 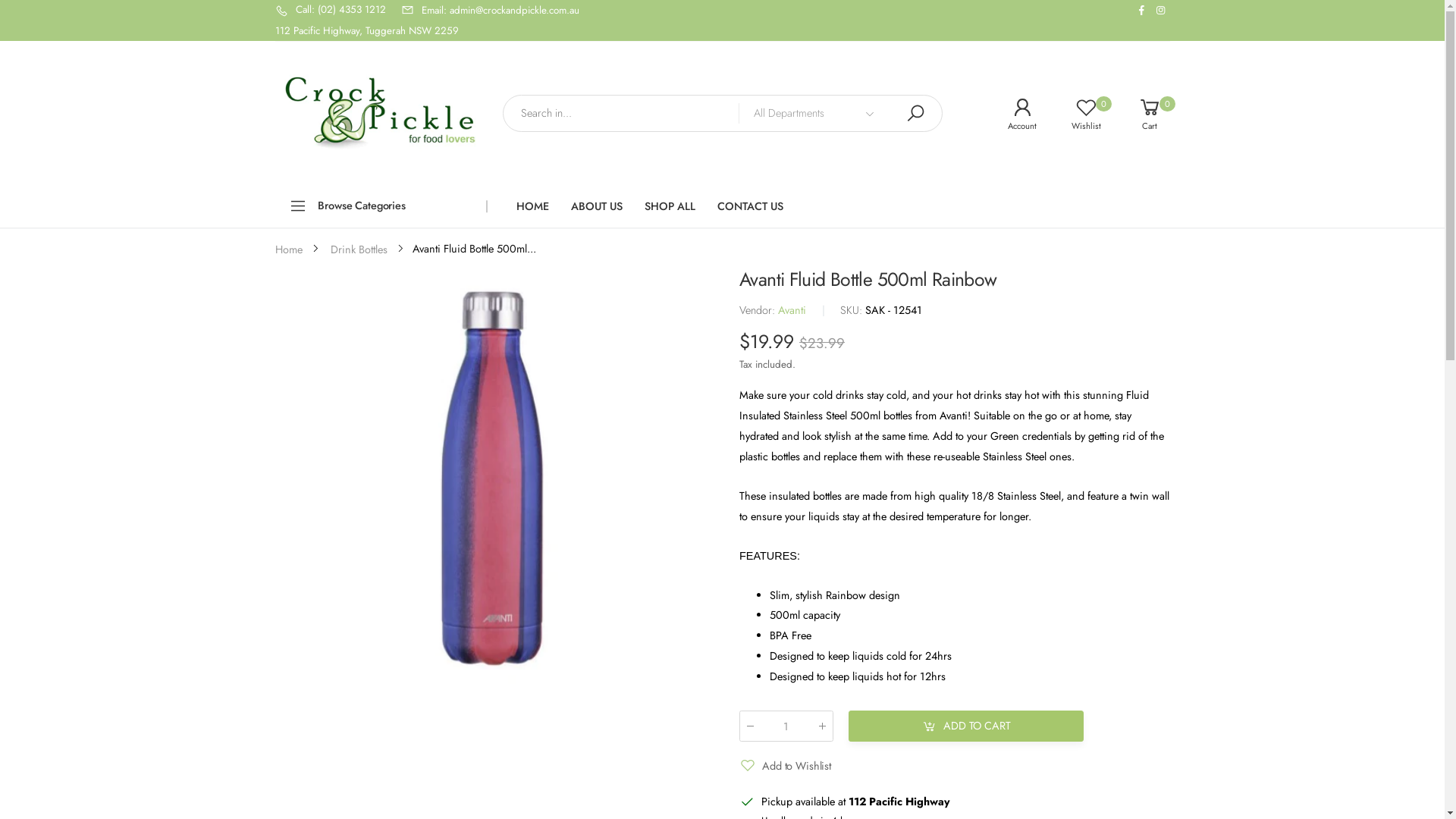 What do you see at coordinates (358, 247) in the screenshot?
I see `'Drink Bottles'` at bounding box center [358, 247].